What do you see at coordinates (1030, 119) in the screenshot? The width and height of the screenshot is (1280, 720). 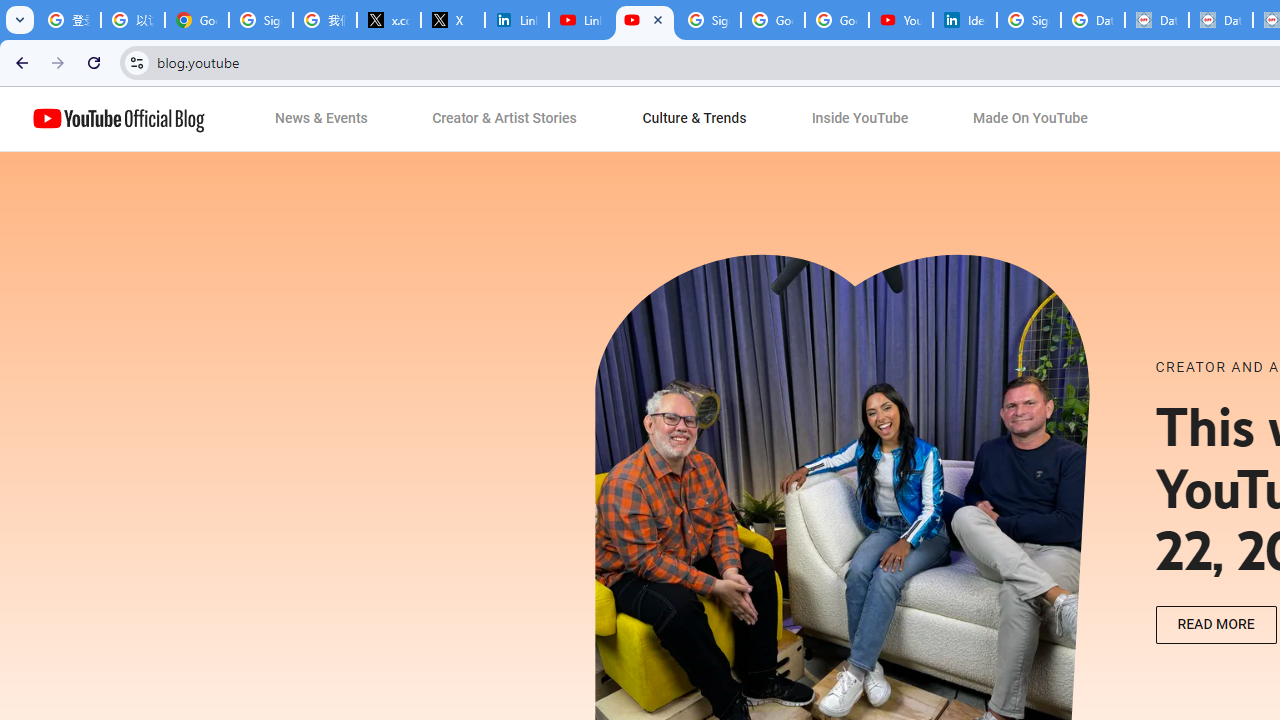 I see `'Made On YouTube'` at bounding box center [1030, 119].